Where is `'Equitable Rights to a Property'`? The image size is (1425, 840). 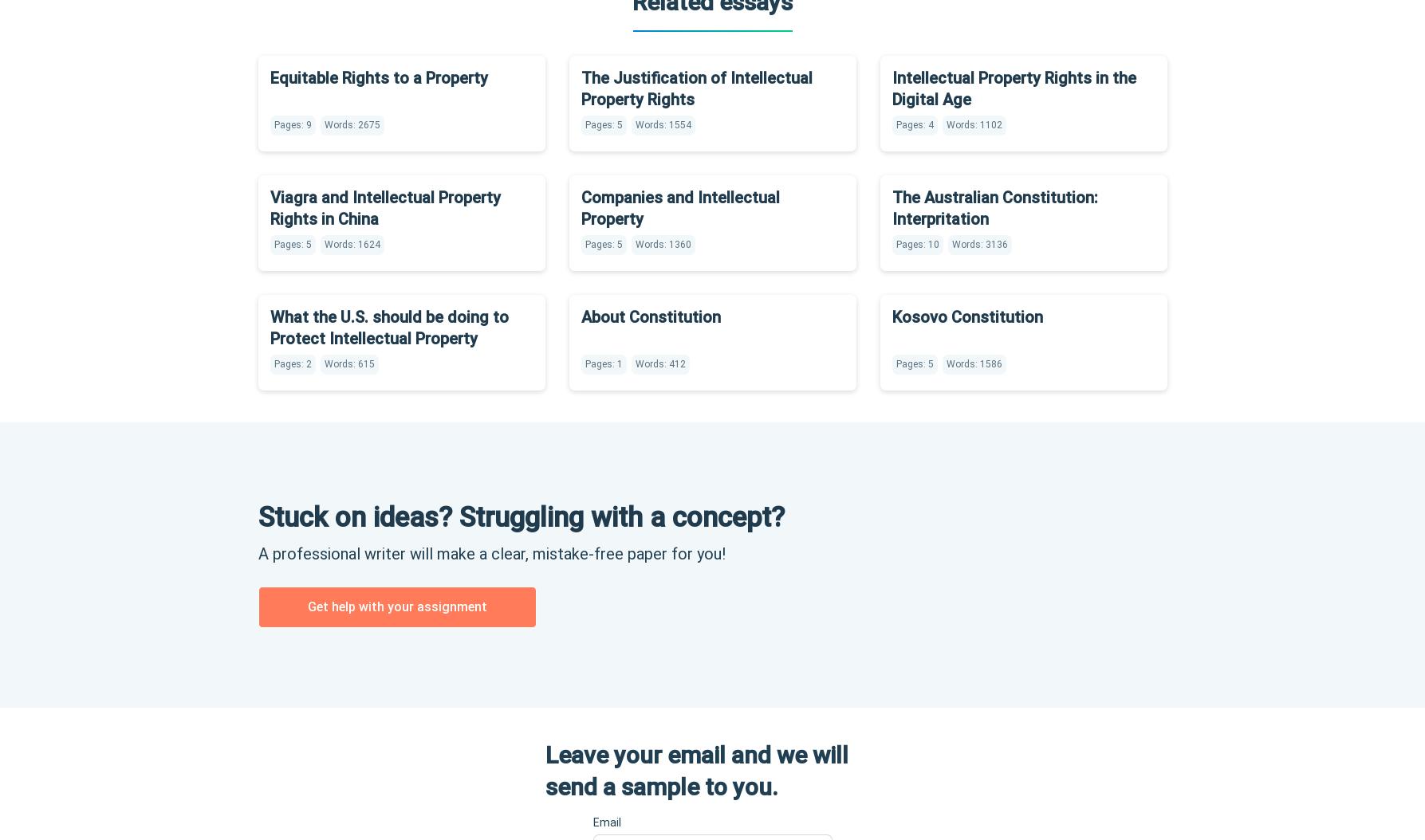
'Equitable Rights to a Property' is located at coordinates (378, 76).